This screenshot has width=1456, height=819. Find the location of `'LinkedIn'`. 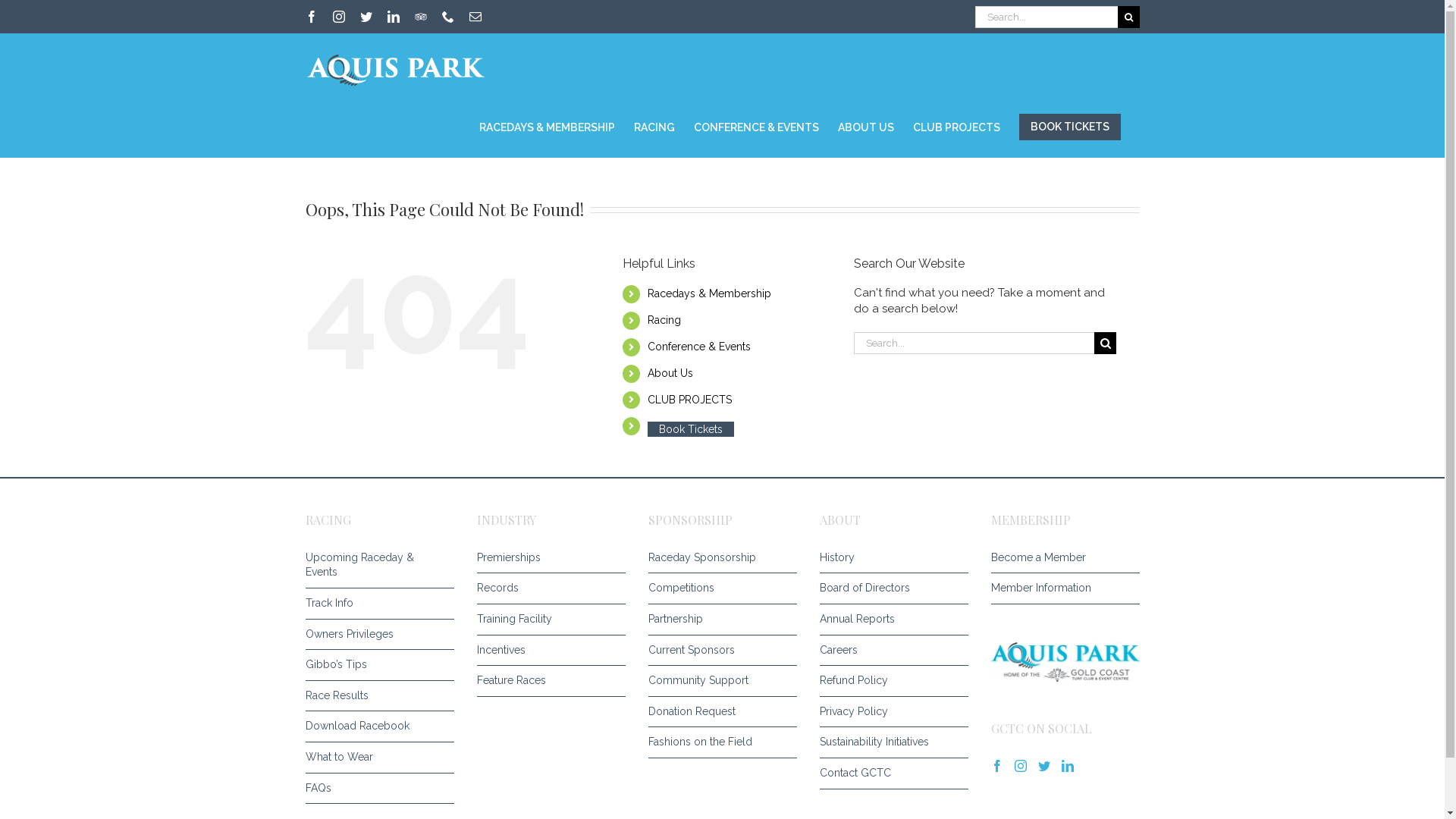

'LinkedIn' is located at coordinates (393, 17).